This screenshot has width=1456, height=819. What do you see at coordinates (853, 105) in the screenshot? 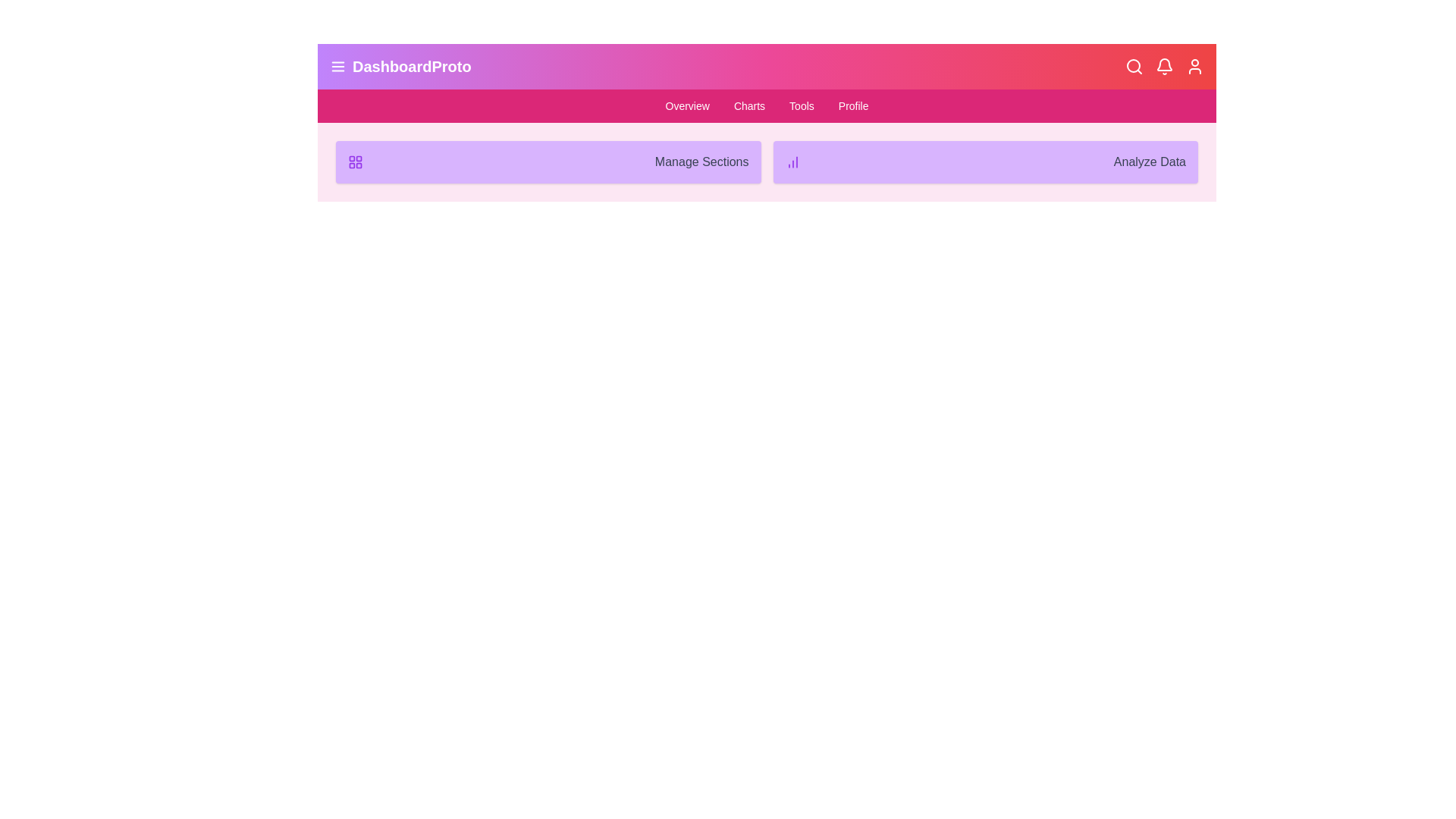
I see `the menu item Profile to navigate to the corresponding section` at bounding box center [853, 105].